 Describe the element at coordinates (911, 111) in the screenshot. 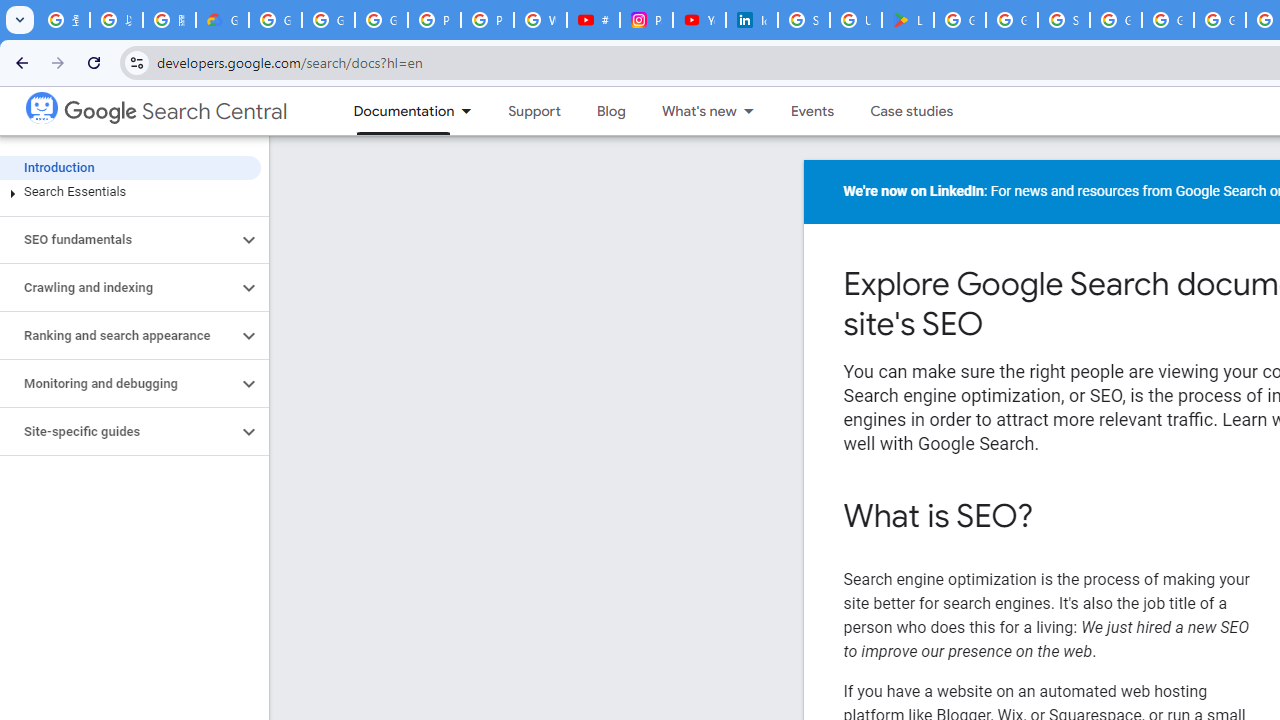

I see `'Case studies'` at that location.